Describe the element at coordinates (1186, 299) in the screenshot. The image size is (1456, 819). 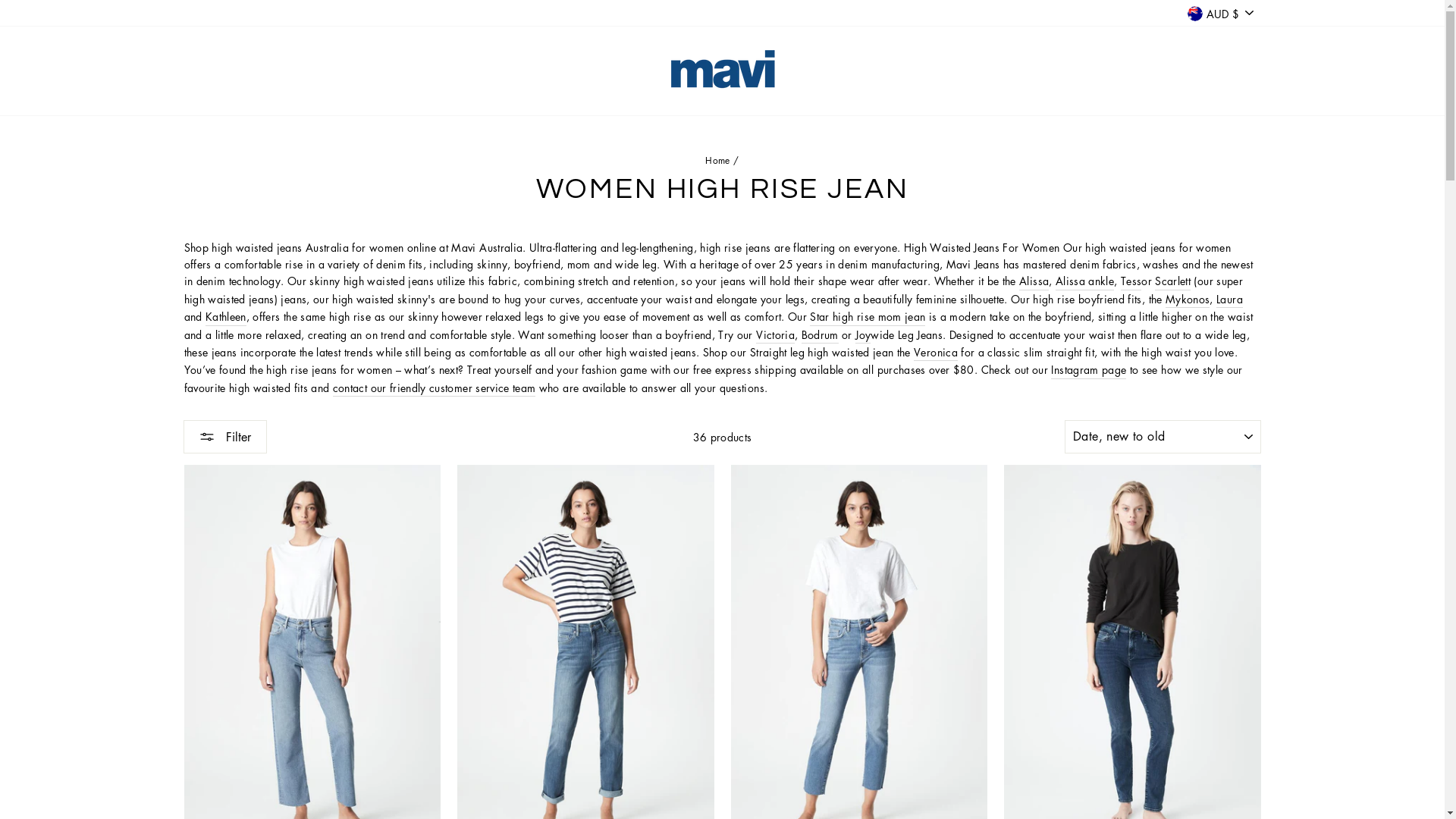
I see `'Mykonos'` at that location.